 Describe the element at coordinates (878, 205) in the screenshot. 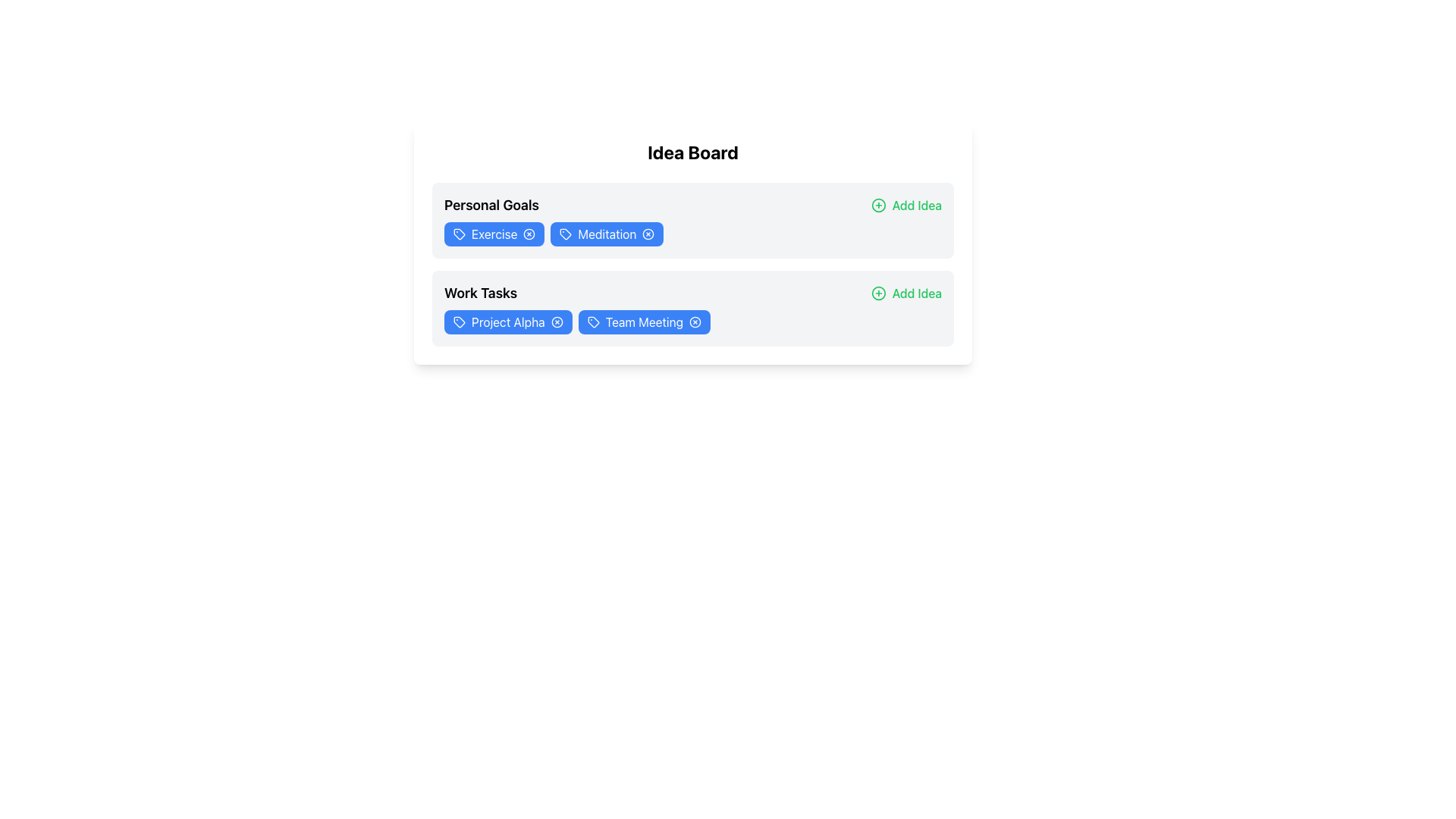

I see `the circular green outlined icon with a cross in its center, located to the right of the 'Add Idea' text in the 'Personal Goals' section` at that location.